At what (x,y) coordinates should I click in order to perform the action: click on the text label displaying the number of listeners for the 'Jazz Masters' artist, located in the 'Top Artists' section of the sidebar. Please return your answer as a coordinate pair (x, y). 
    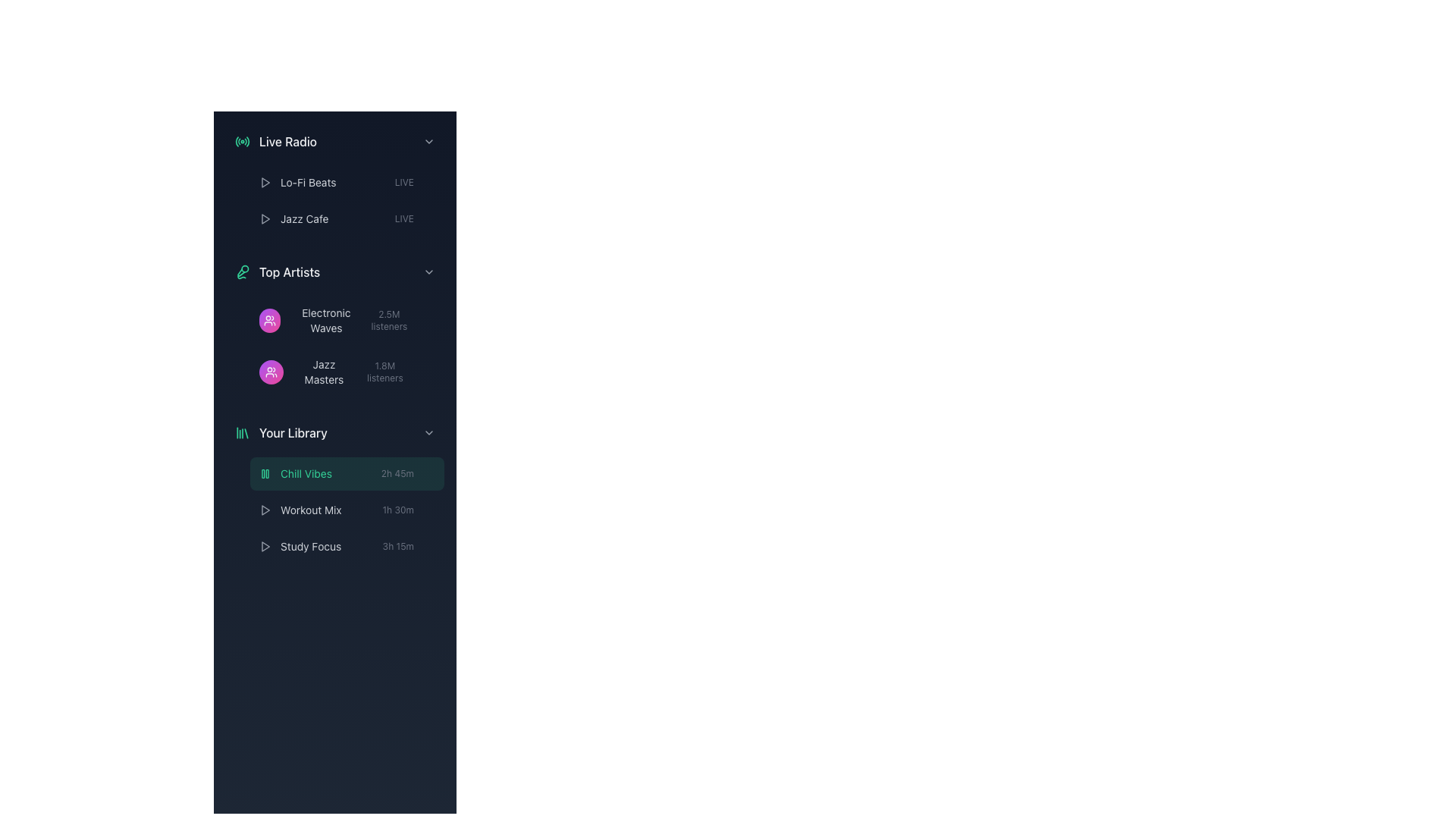
    Looking at the image, I should click on (384, 372).